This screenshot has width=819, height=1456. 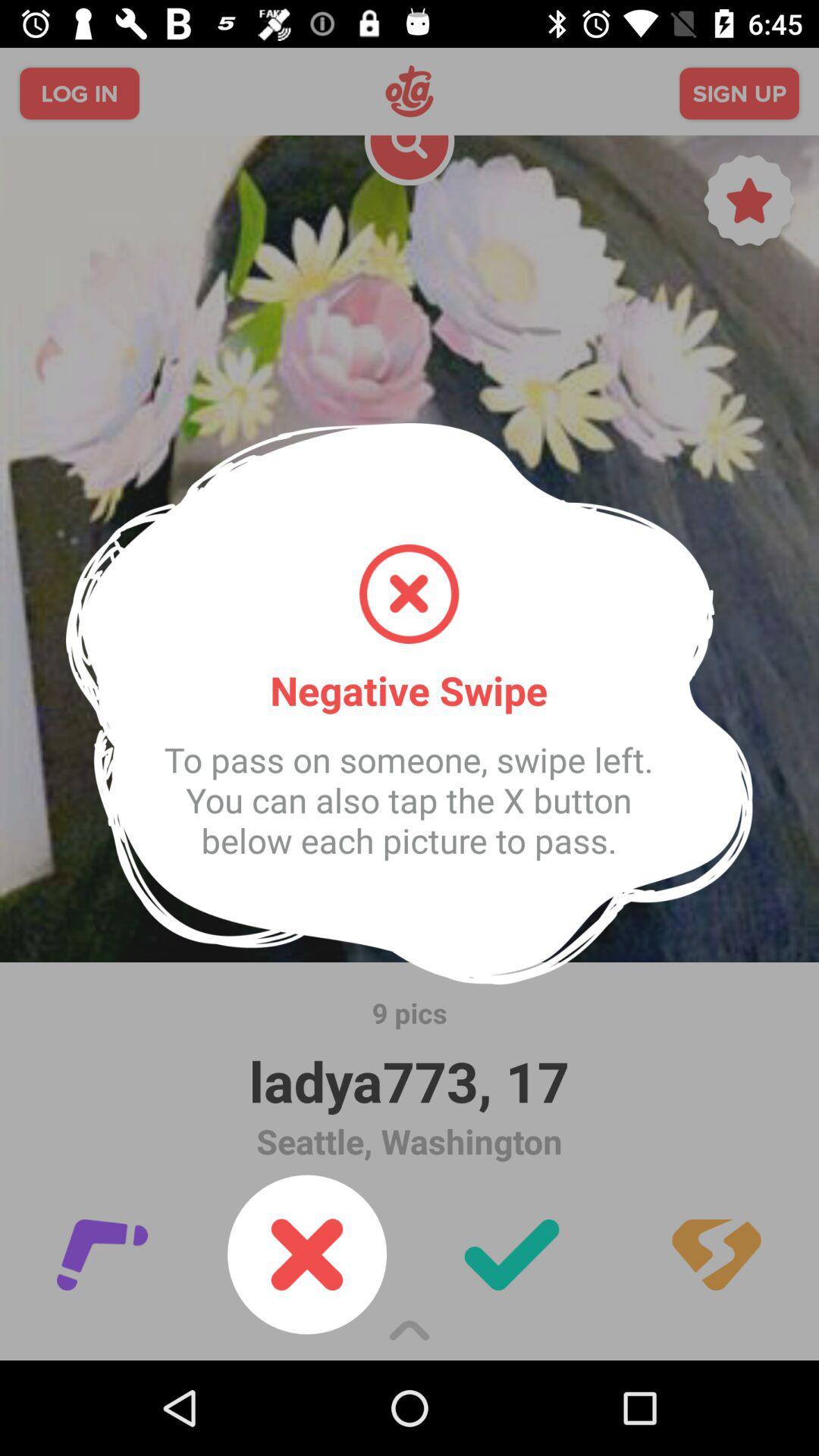 I want to click on the check icon, so click(x=512, y=1254).